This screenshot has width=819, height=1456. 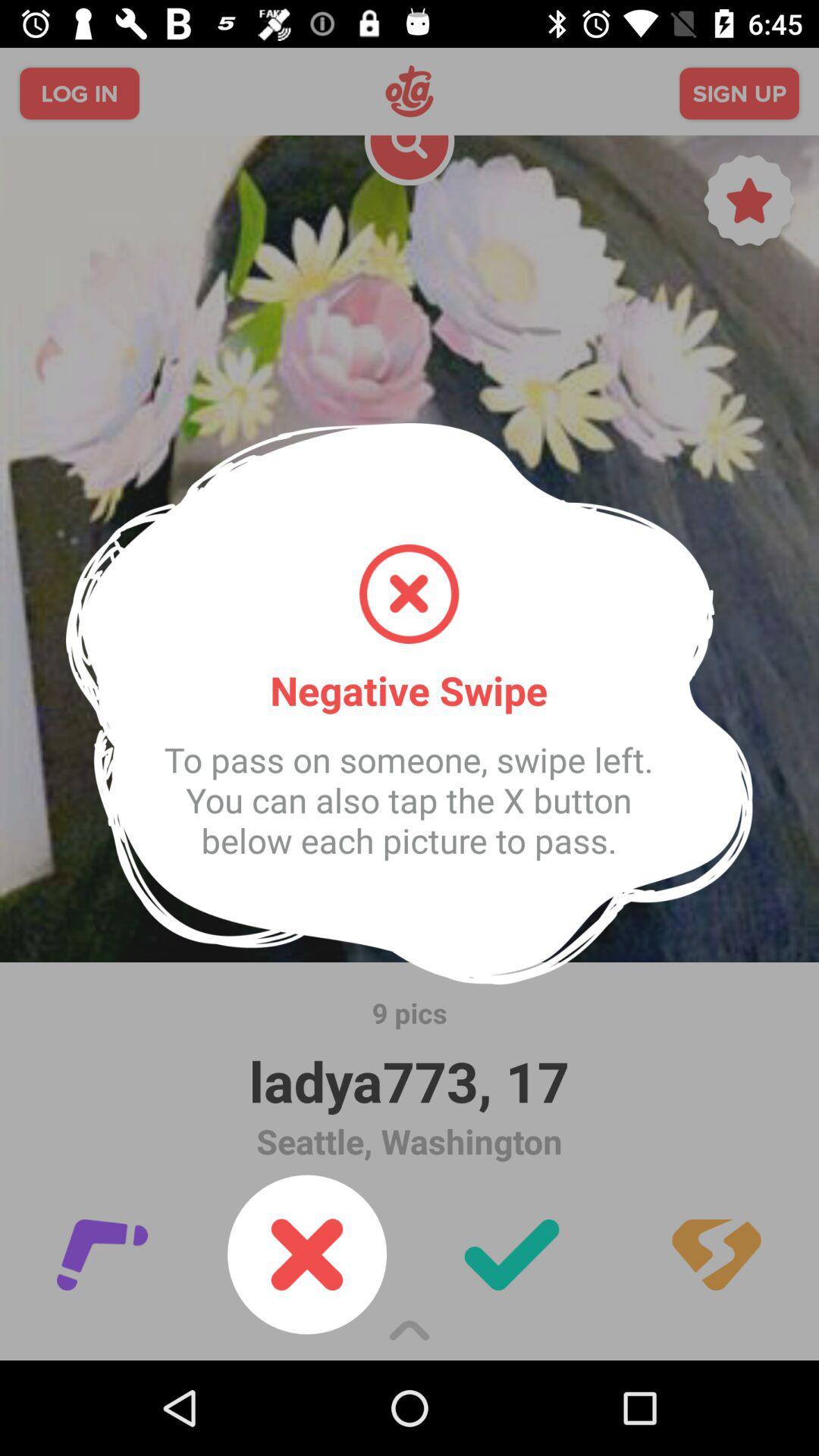 I want to click on the check icon, so click(x=512, y=1254).